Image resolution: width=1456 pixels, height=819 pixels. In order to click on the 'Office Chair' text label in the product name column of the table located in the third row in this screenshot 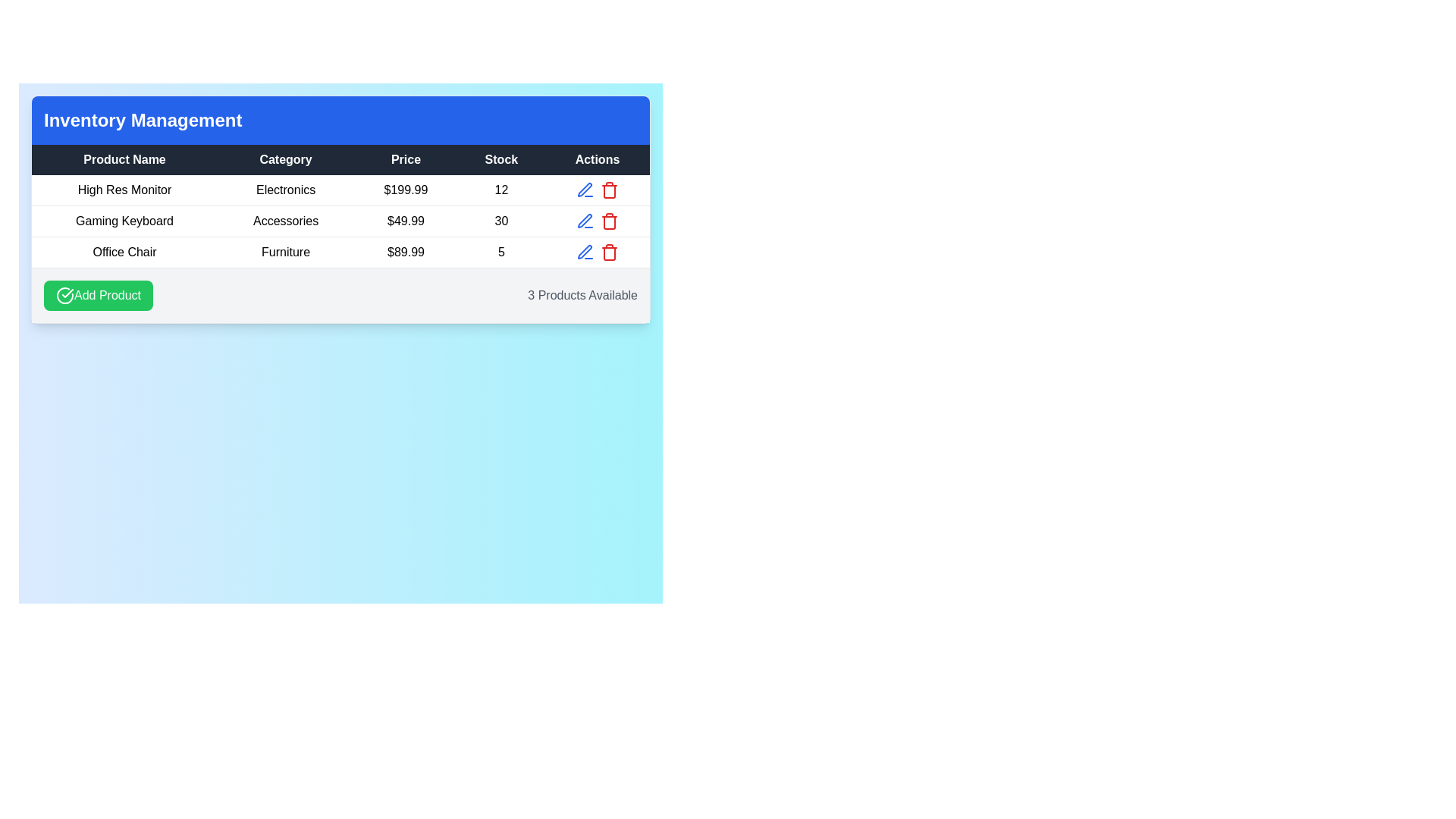, I will do `click(124, 251)`.